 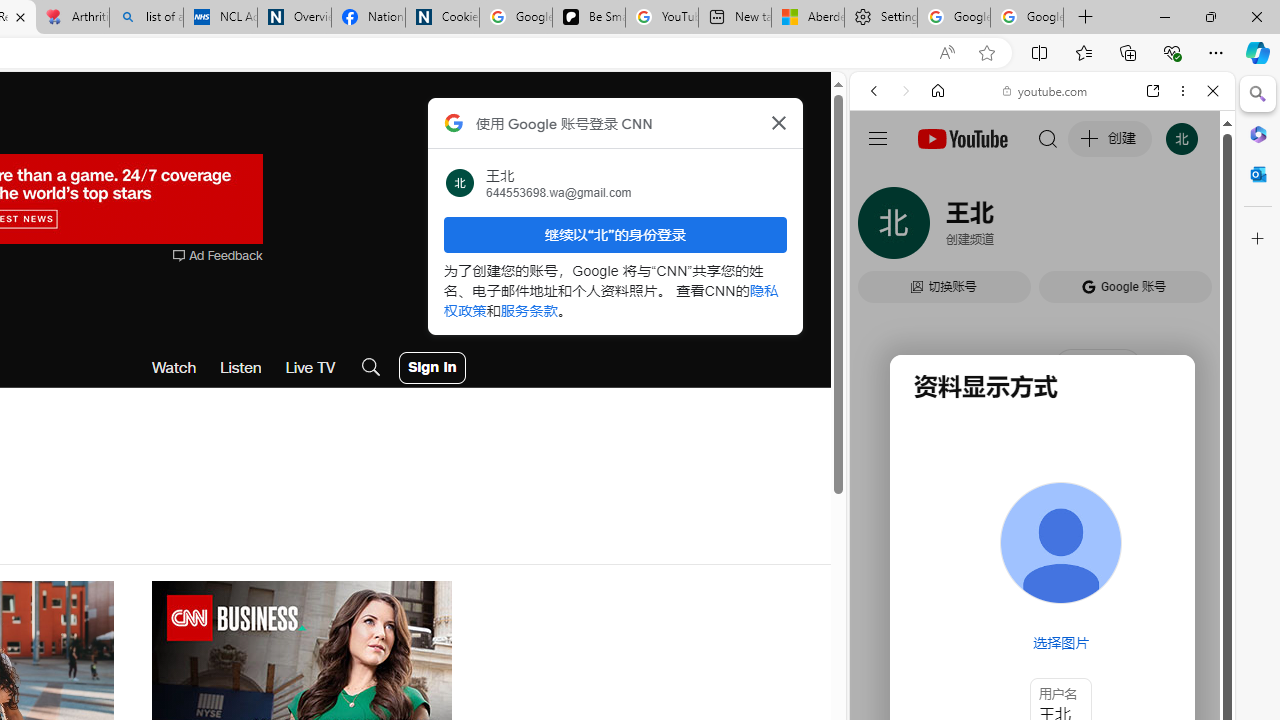 What do you see at coordinates (1006, 658) in the screenshot?
I see `'Search videos from youtube.com'` at bounding box center [1006, 658].